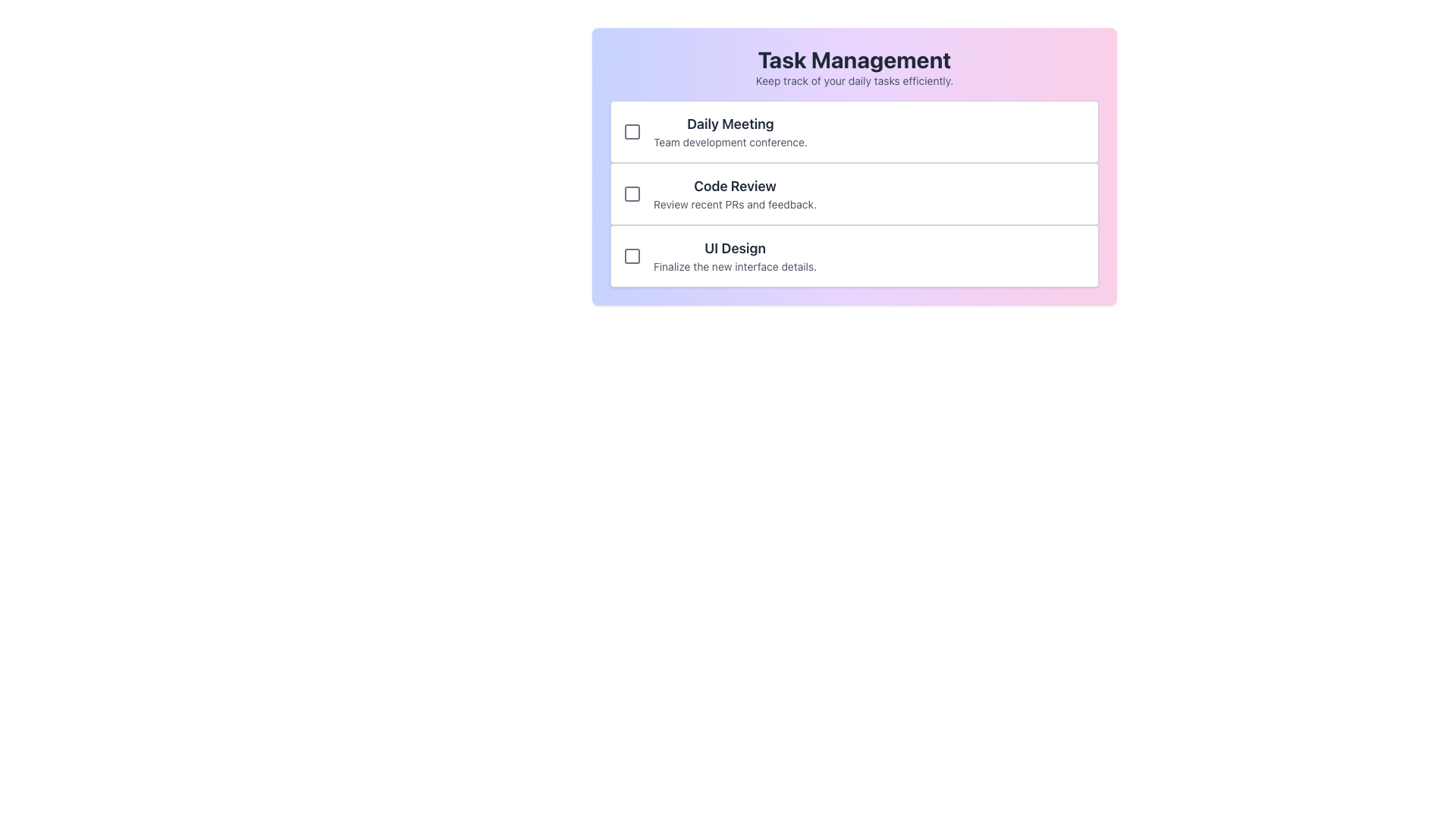  I want to click on the checkbox for the 'Code Review' task, so click(632, 193).